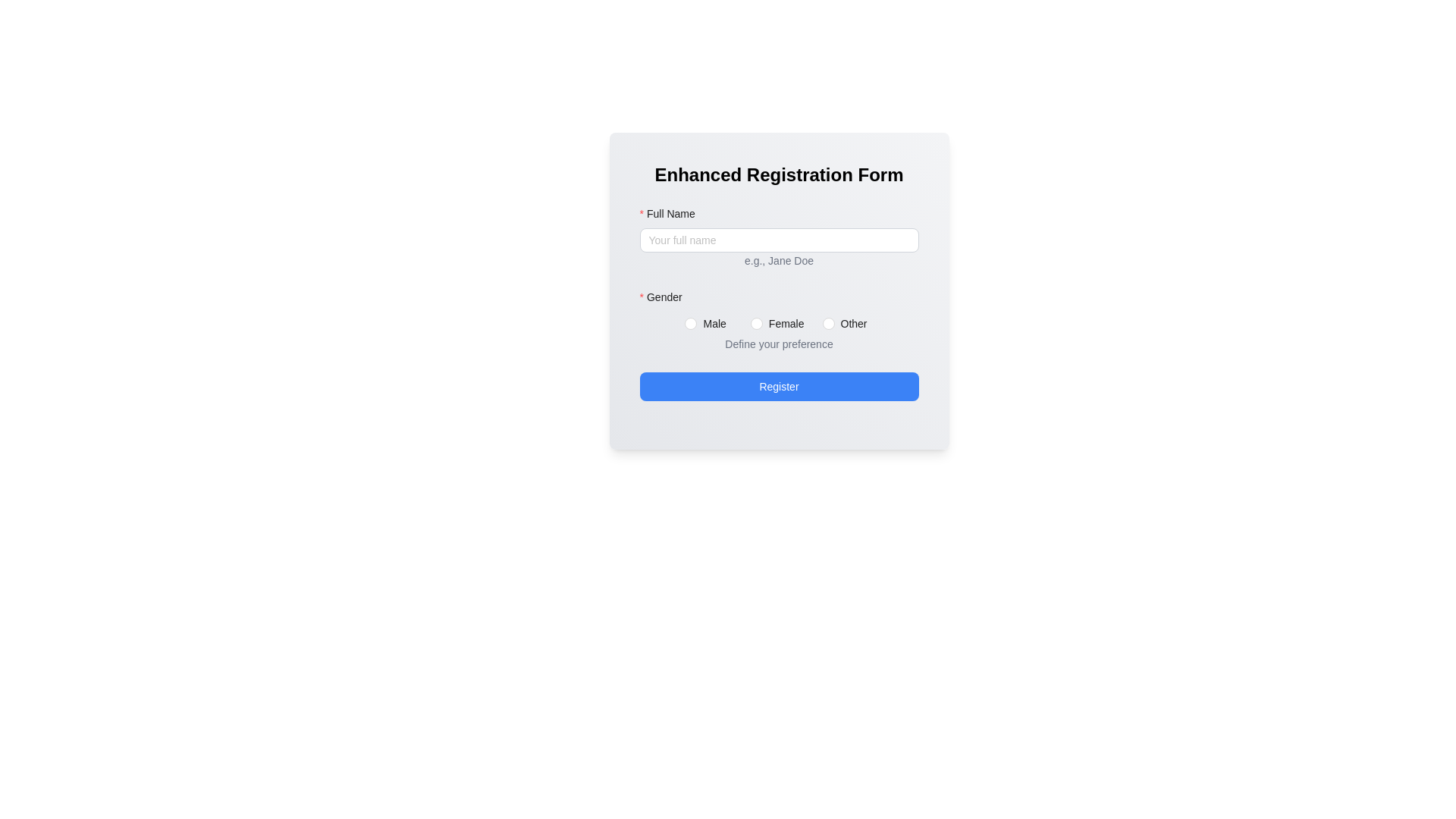  I want to click on the 'Gender' label element that is styled with an asterisk, indicating a required field, located directly below the 'Full Name' label in the form, so click(666, 297).